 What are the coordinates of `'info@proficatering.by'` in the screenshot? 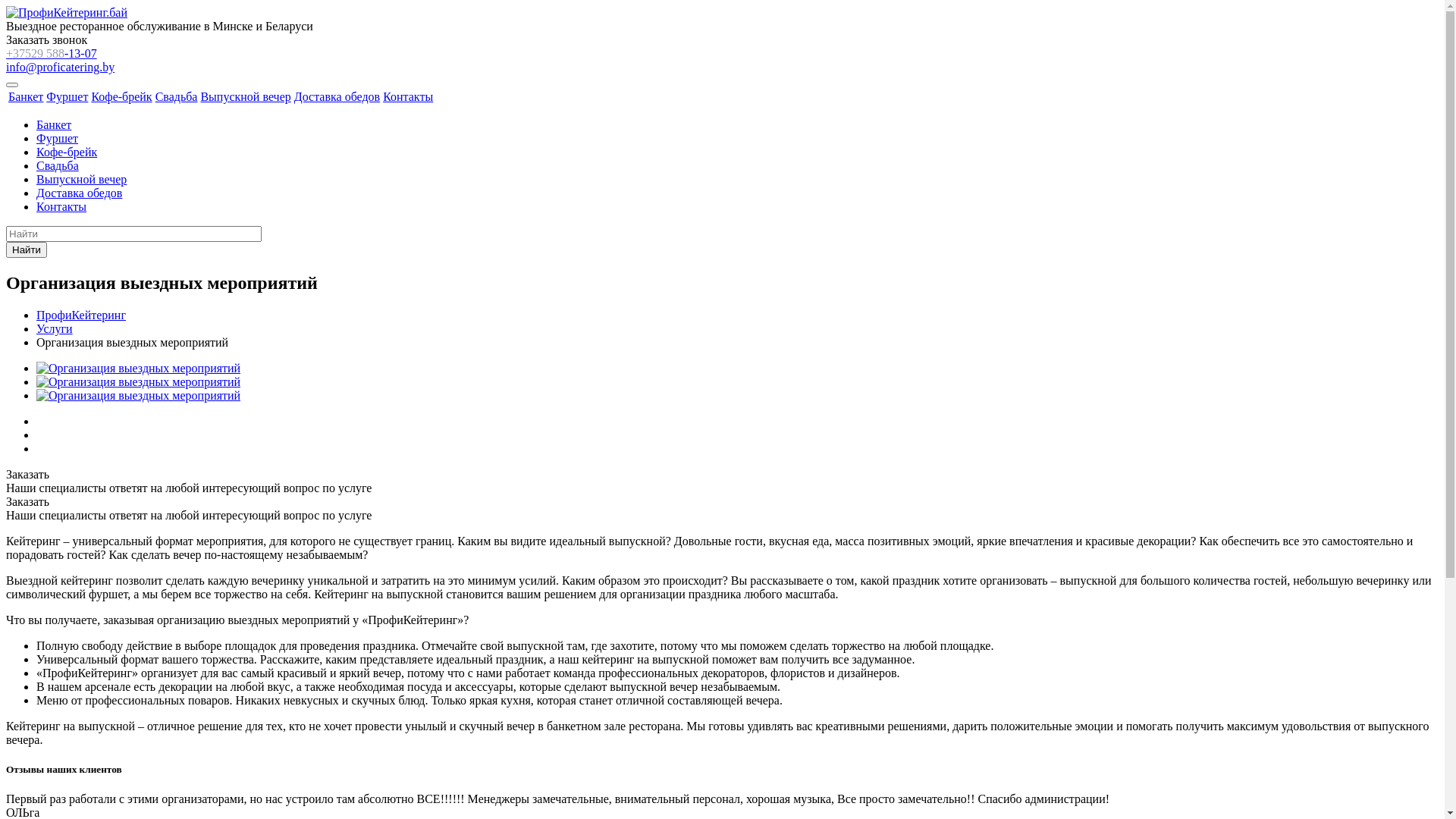 It's located at (60, 66).